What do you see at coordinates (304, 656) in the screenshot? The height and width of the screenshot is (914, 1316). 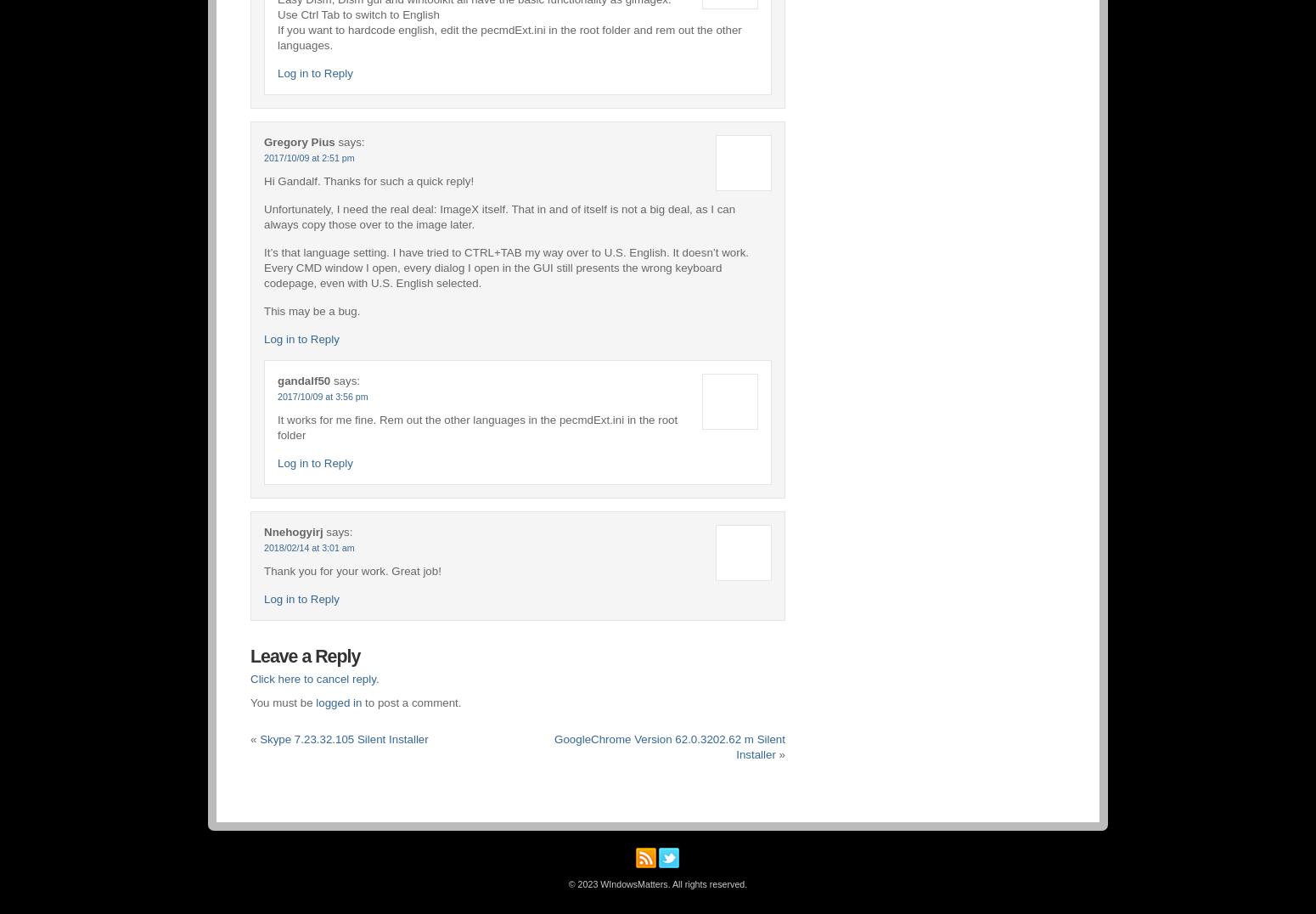 I see `'Leave a Reply'` at bounding box center [304, 656].